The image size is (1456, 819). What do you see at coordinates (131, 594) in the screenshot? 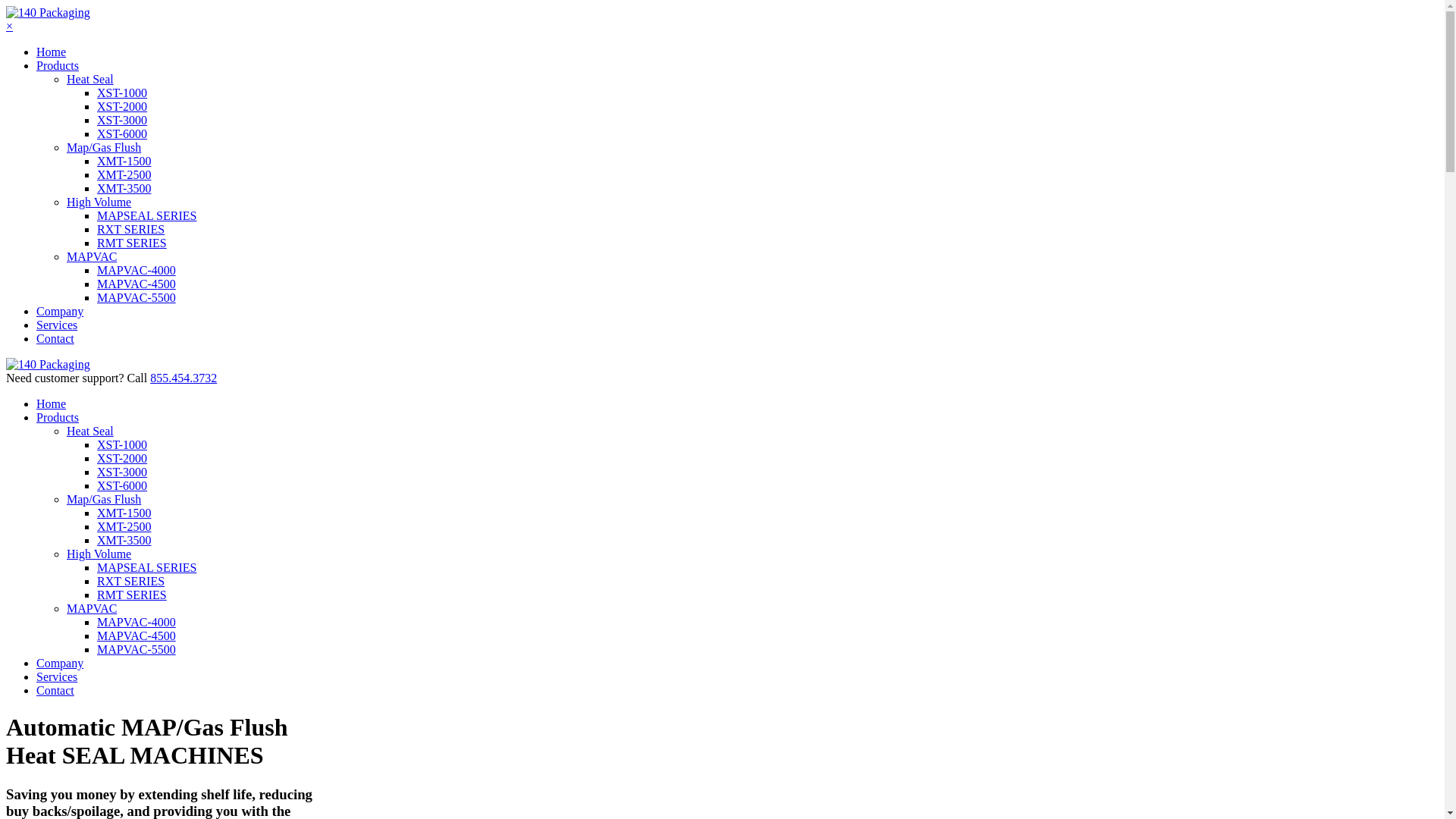
I see `'RMT SERIES'` at bounding box center [131, 594].